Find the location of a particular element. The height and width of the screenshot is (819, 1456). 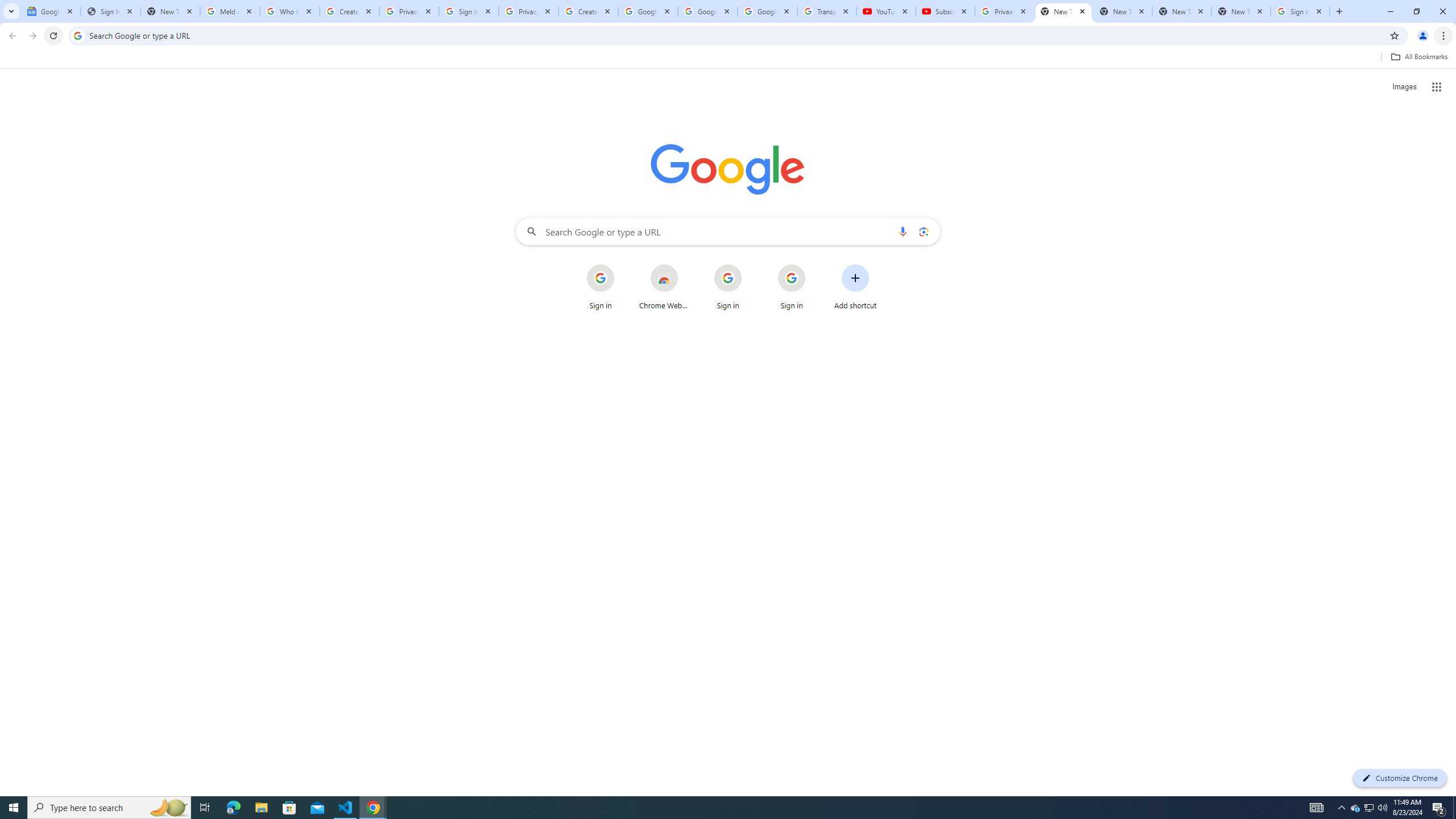

'Who is my administrator? - Google Account Help' is located at coordinates (289, 11).